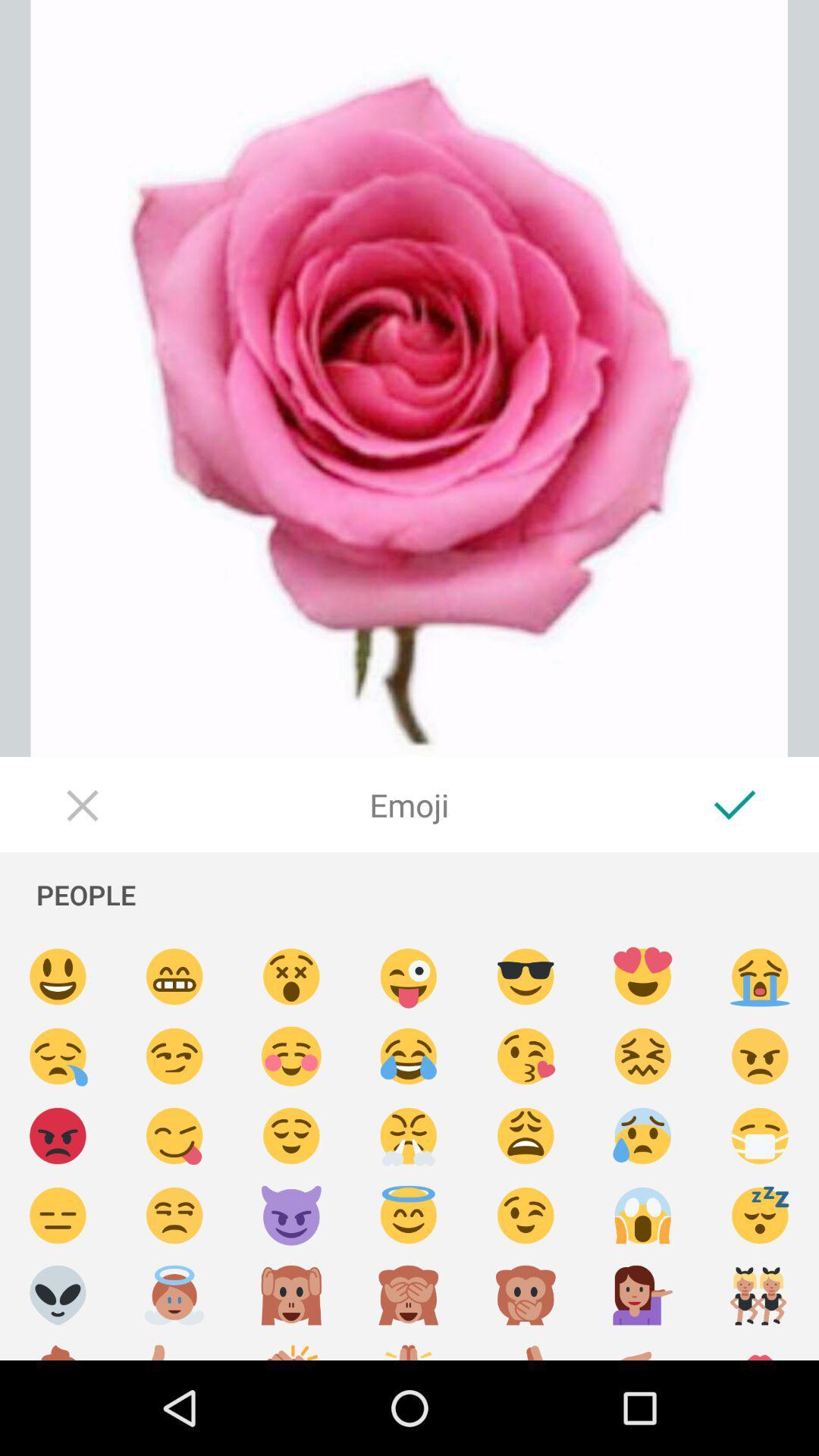 This screenshot has height=1456, width=819. I want to click on cheeky emoji, so click(174, 1136).